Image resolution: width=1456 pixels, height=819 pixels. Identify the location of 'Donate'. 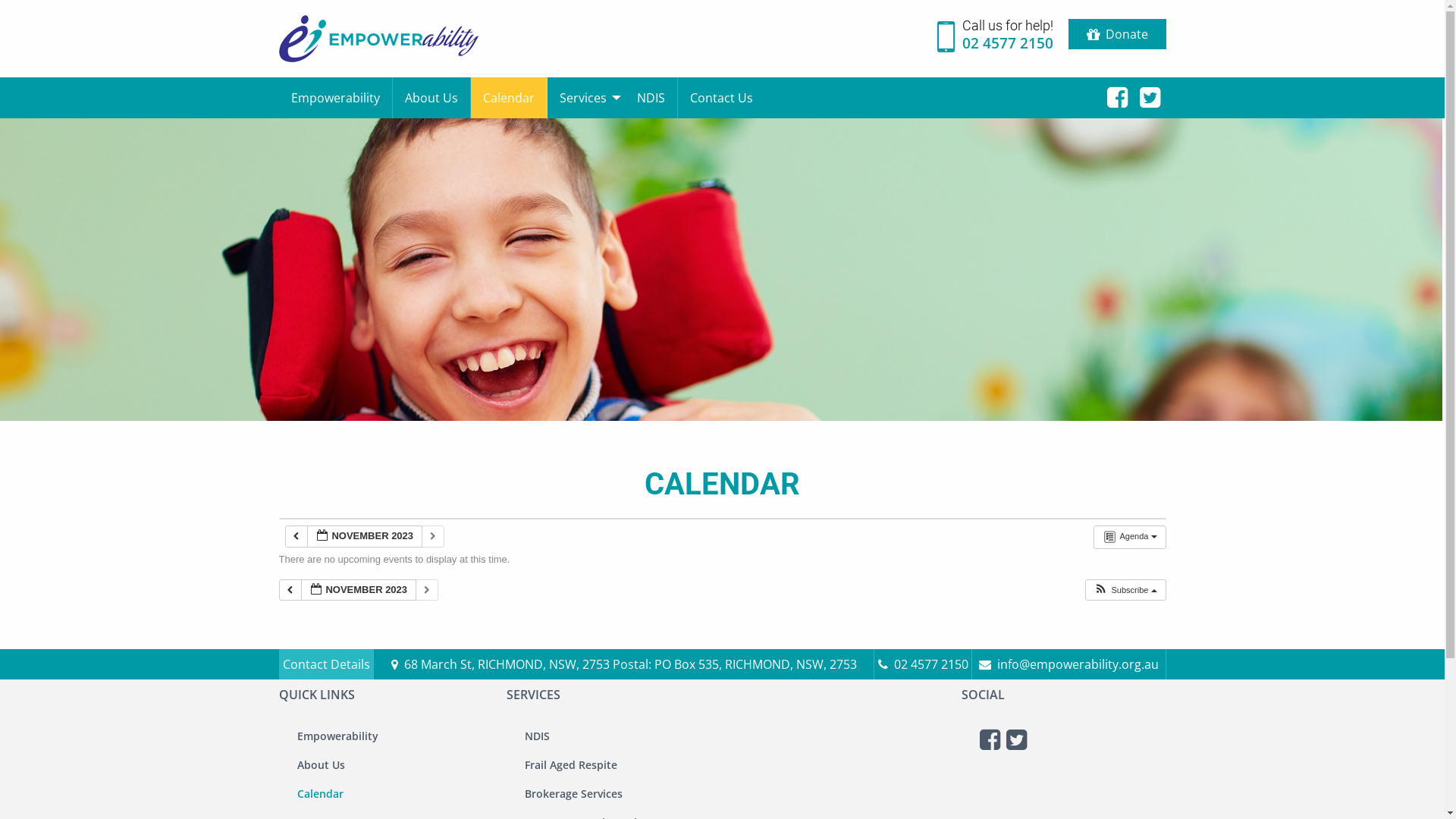
(1116, 34).